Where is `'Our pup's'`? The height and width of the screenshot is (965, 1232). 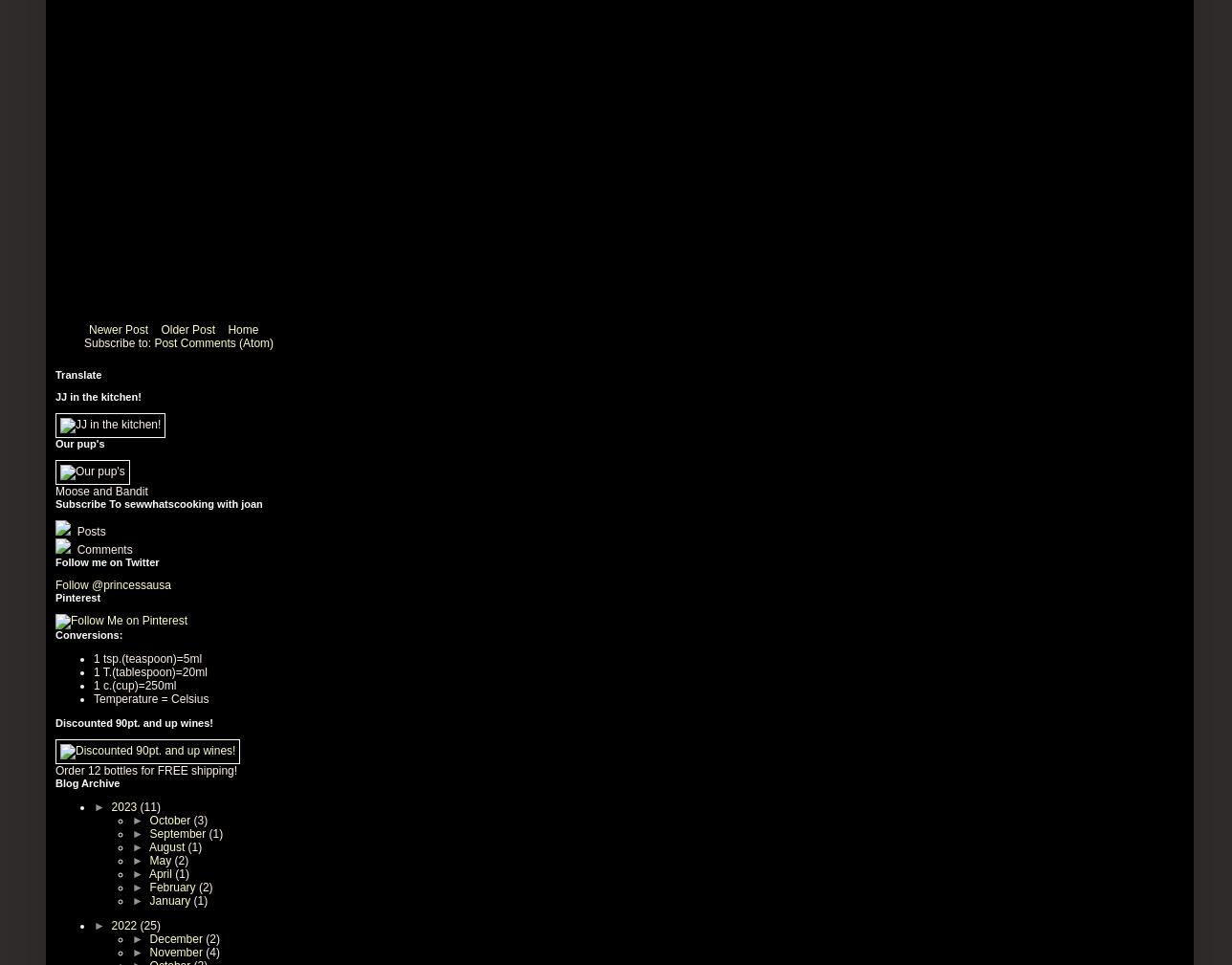
'Our pup's' is located at coordinates (79, 442).